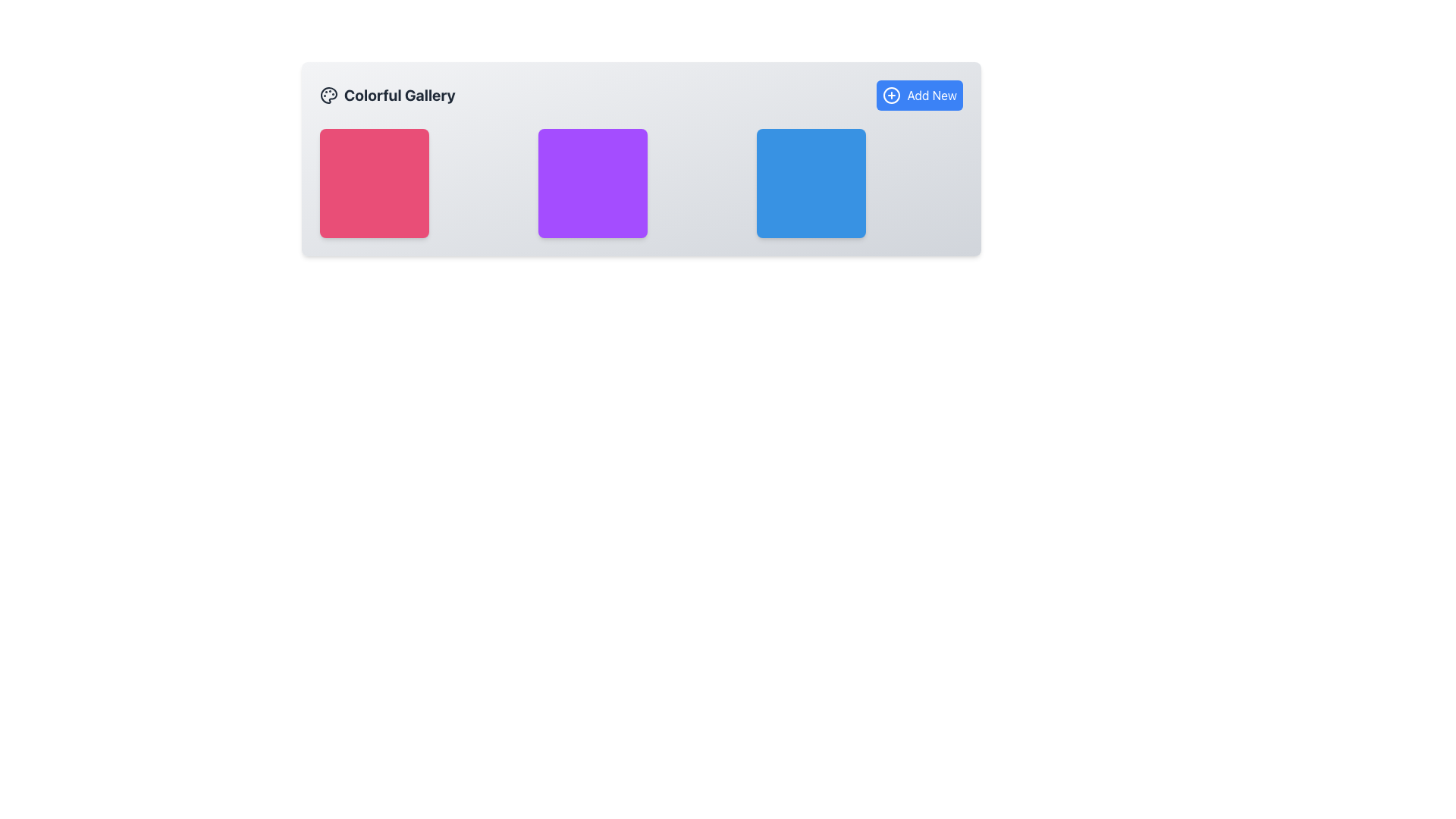  What do you see at coordinates (375, 183) in the screenshot?
I see `the first pink square in the 'Colorful Gallery' section, which serves as a decorative block` at bounding box center [375, 183].